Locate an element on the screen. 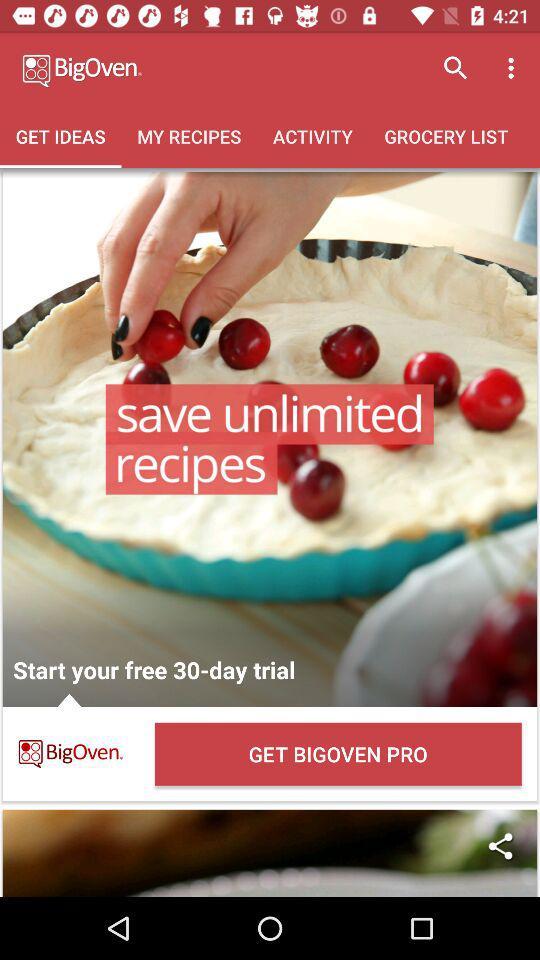 The width and height of the screenshot is (540, 960). open the selection is located at coordinates (270, 439).